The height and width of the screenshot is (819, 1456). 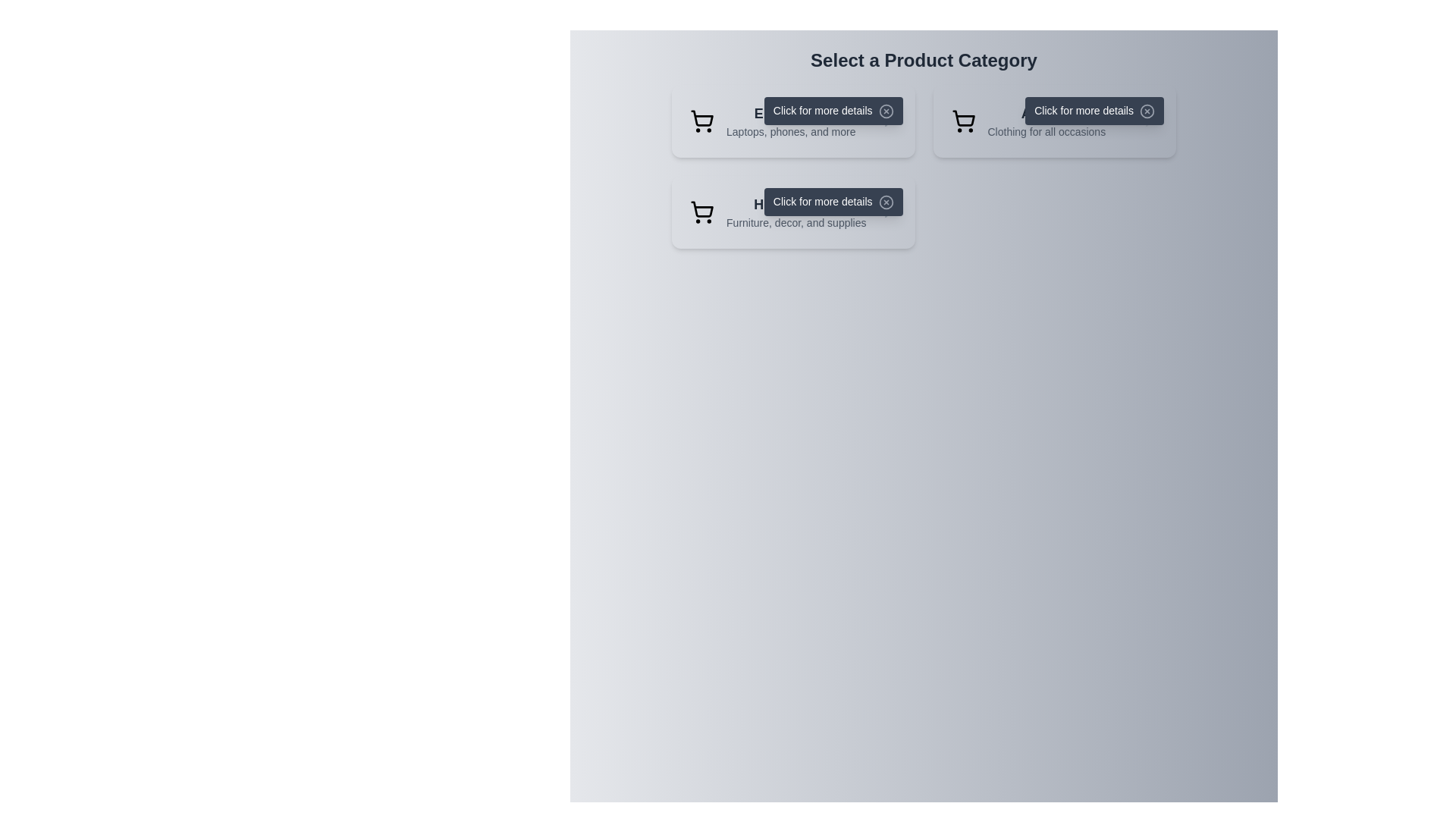 I want to click on the shopping cart icon located at the top-left corner of the 'Electronics' card, which is represented as an outline-style SVG graphic, so click(x=701, y=120).